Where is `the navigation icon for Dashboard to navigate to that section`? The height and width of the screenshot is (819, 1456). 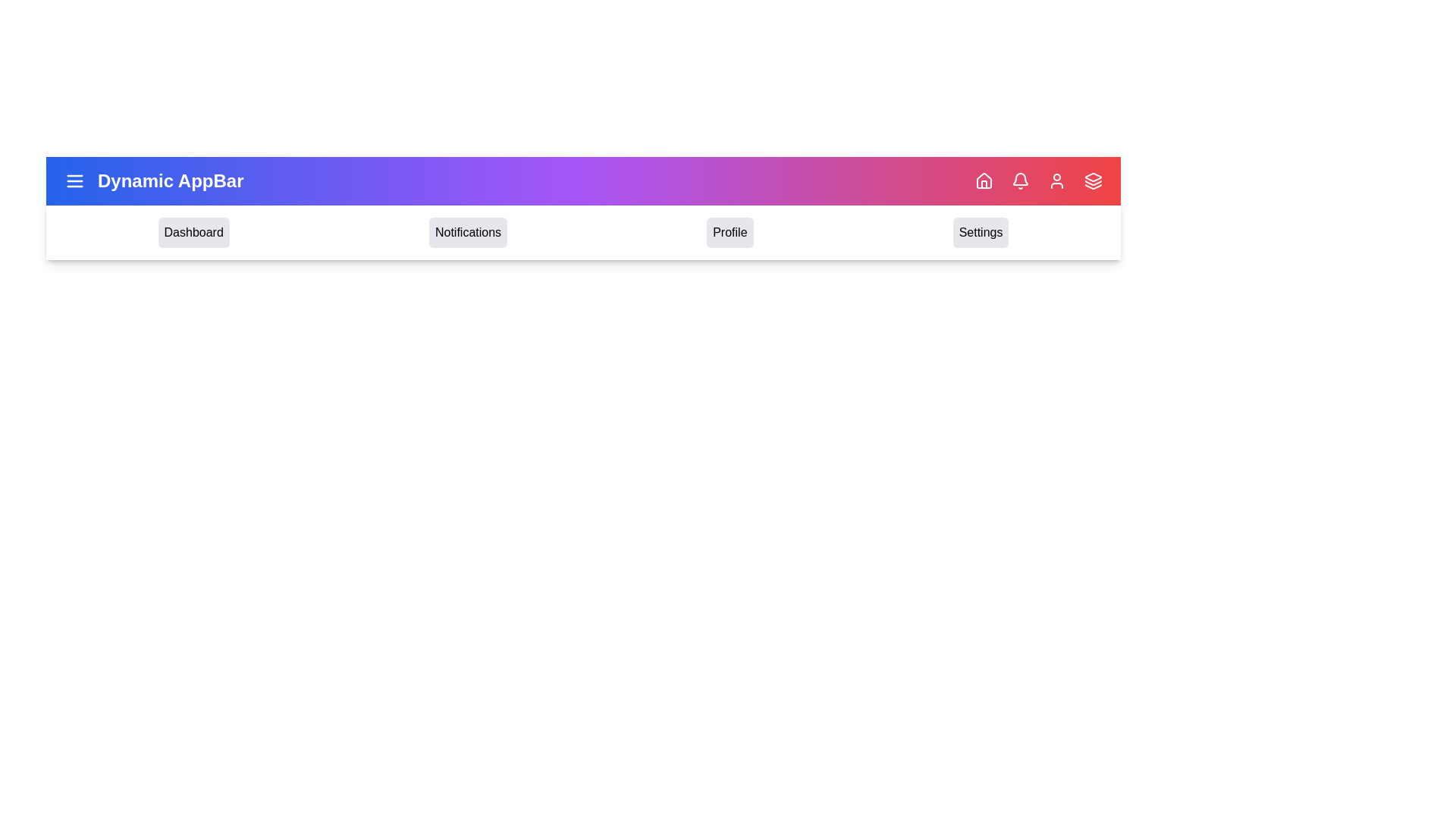
the navigation icon for Dashboard to navigate to that section is located at coordinates (193, 233).